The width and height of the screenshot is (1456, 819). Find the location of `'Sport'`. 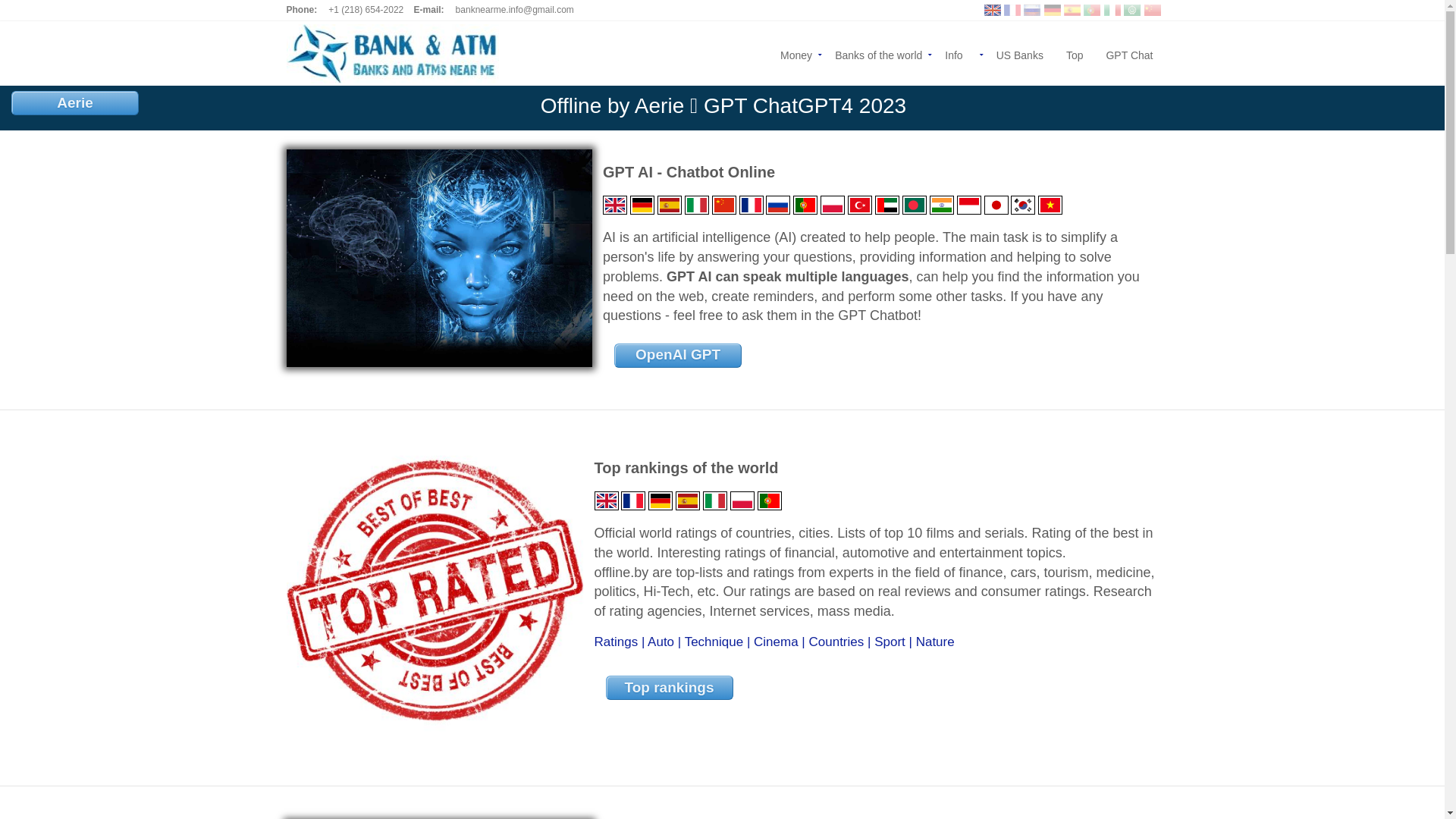

'Sport' is located at coordinates (890, 642).